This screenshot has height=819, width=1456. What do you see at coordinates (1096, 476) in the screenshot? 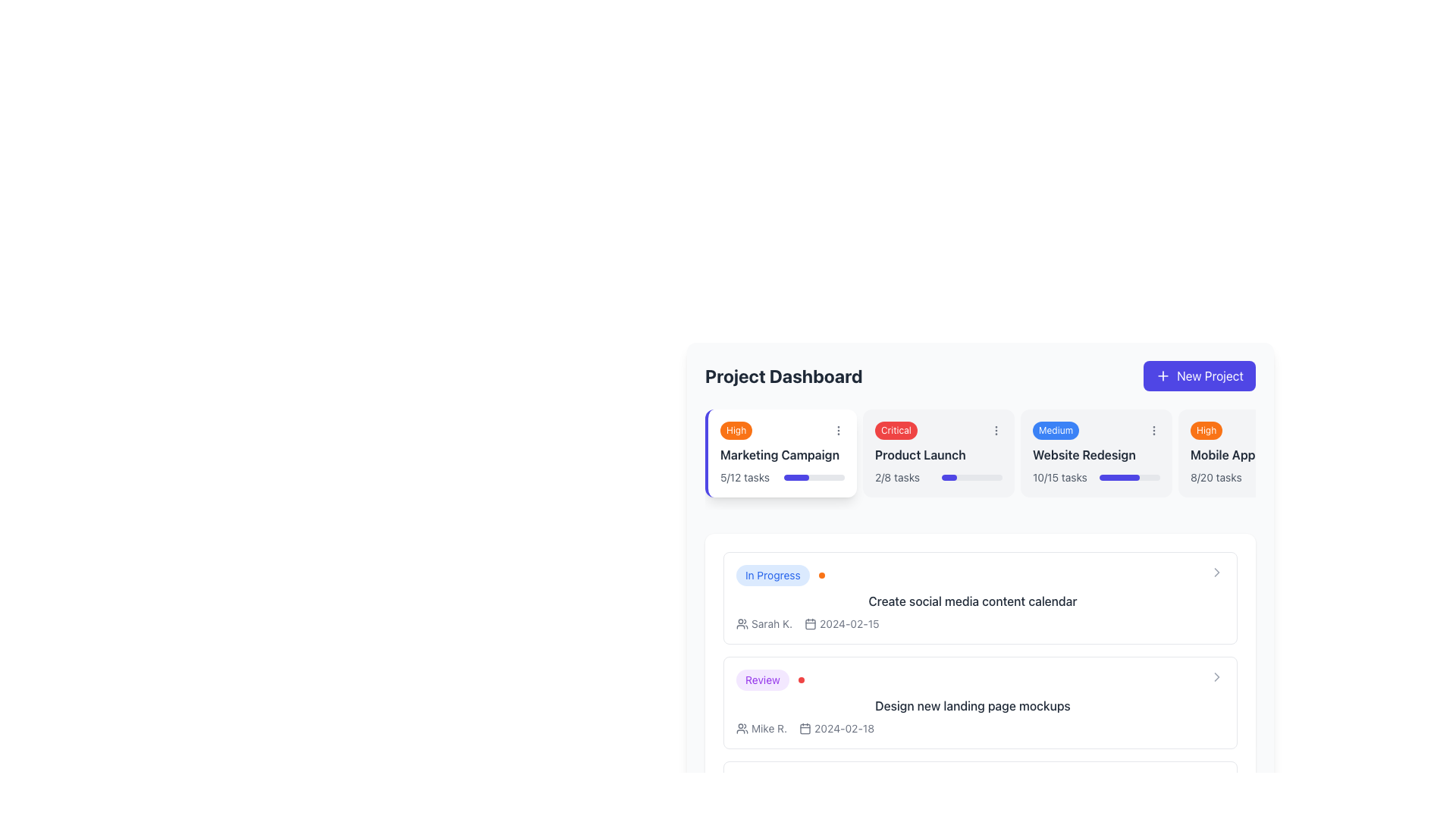
I see `text displayed on the Progress indicator located at the bottom-right section of the 'Website Redesign' card, which shows the completed and total tasks` at bounding box center [1096, 476].